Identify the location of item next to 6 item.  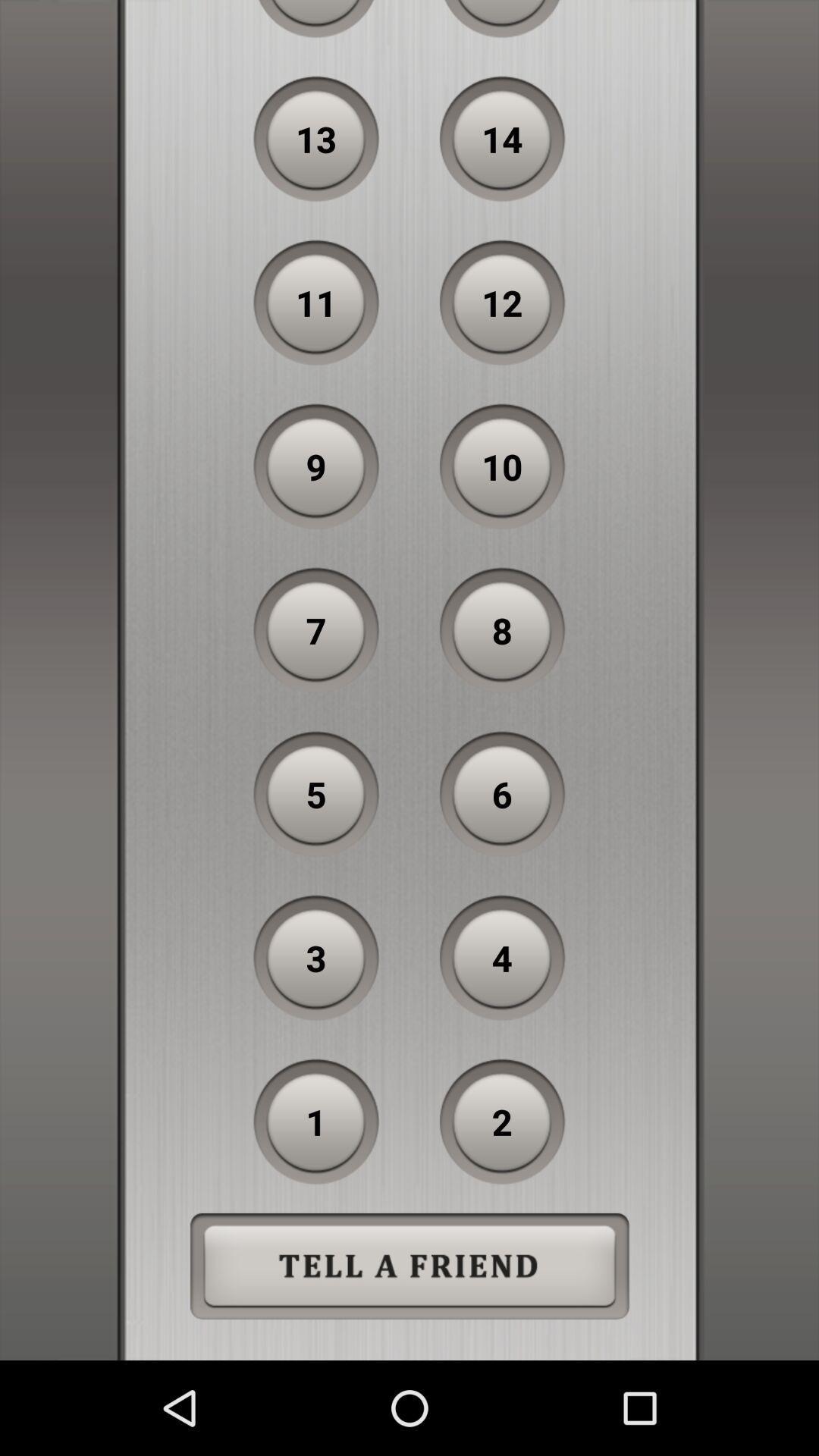
(315, 793).